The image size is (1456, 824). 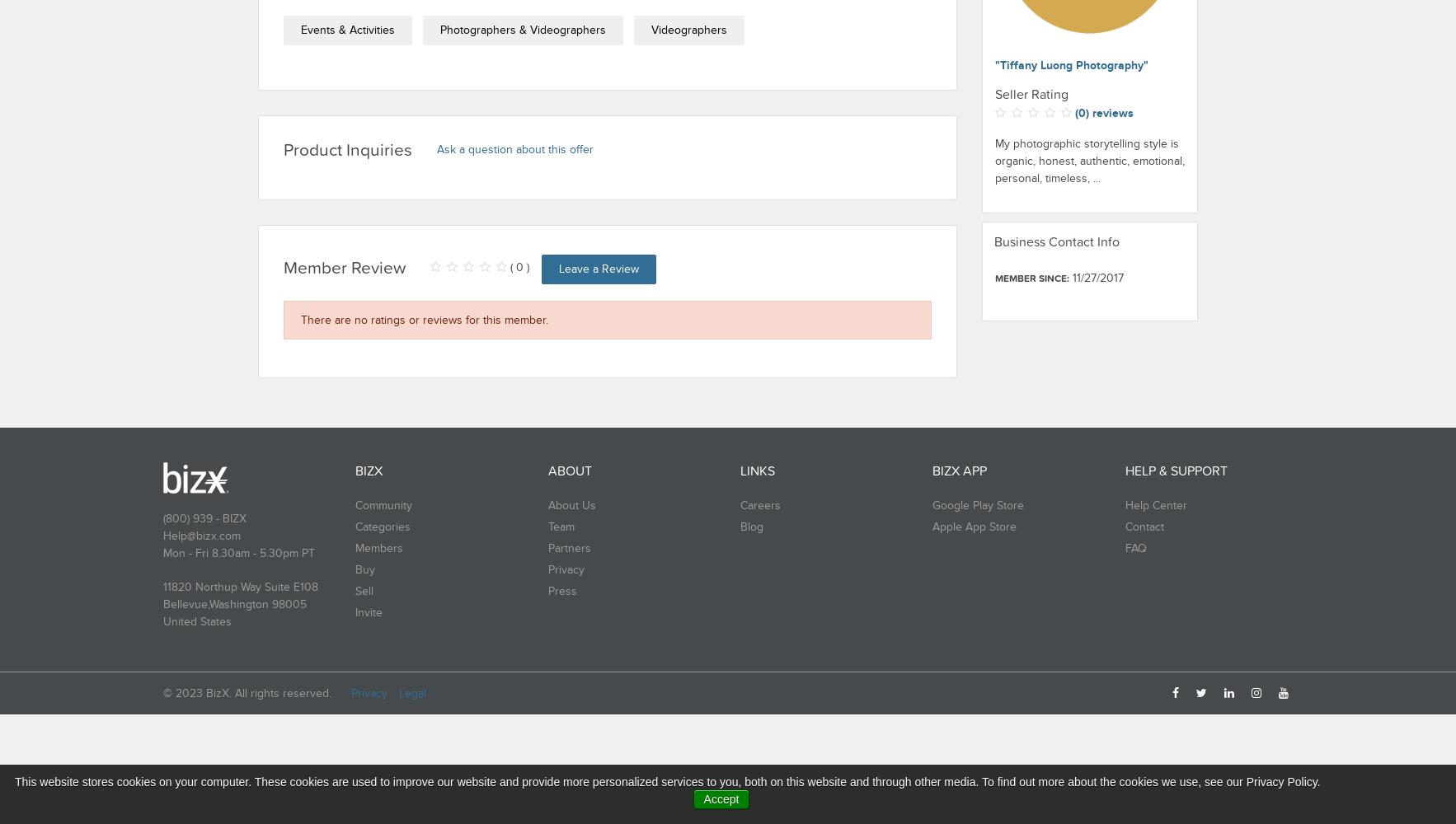 What do you see at coordinates (247, 692) in the screenshot?
I see `'© 2023 BizX. All rights reserved.'` at bounding box center [247, 692].